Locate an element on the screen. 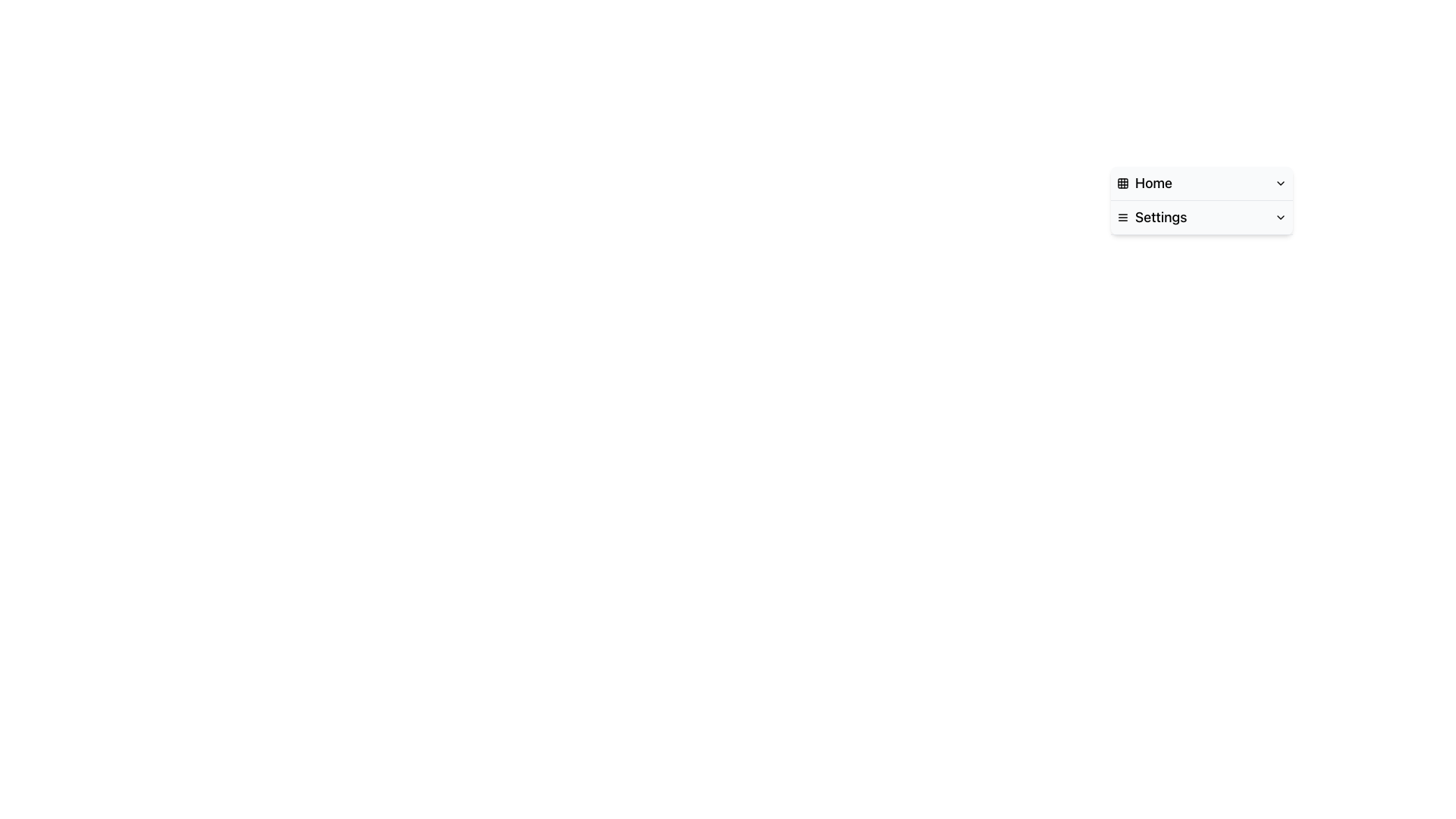  the toggle icon located at the far right of the 'Settings' option in the menu list is located at coordinates (1280, 217).